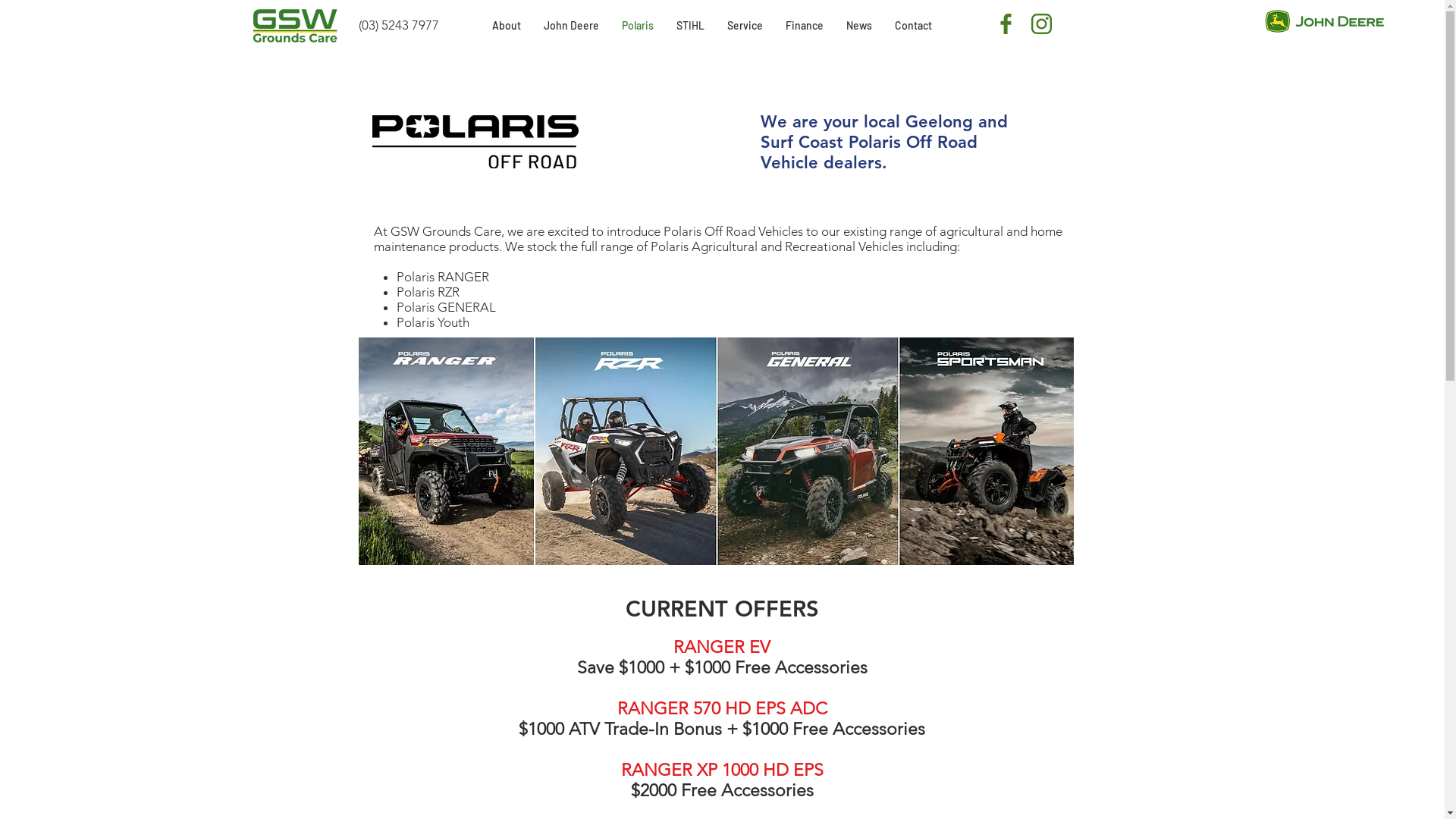  I want to click on 'Contact', so click(912, 25).